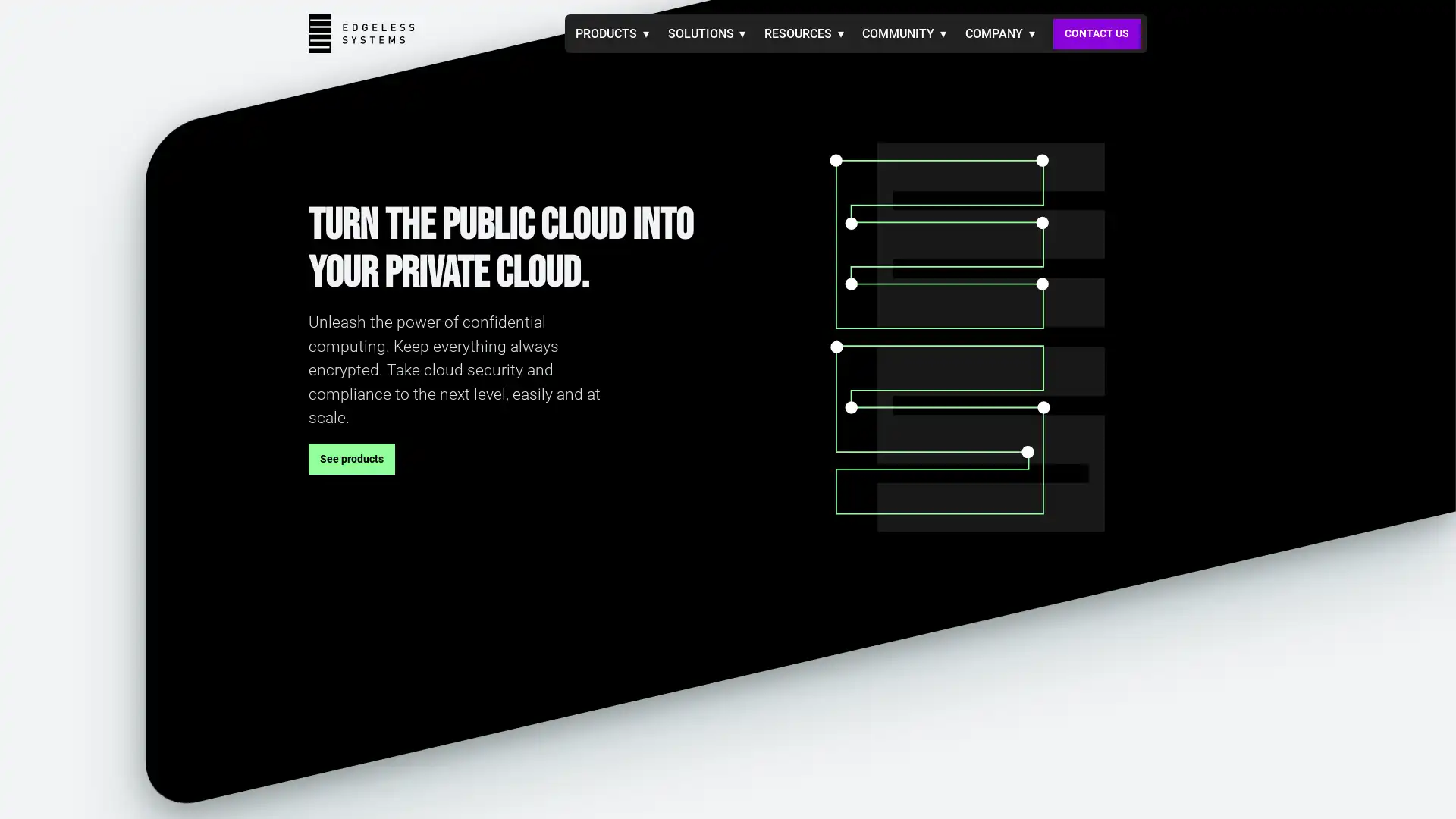  Describe the element at coordinates (999, 33) in the screenshot. I see `COMPANY` at that location.